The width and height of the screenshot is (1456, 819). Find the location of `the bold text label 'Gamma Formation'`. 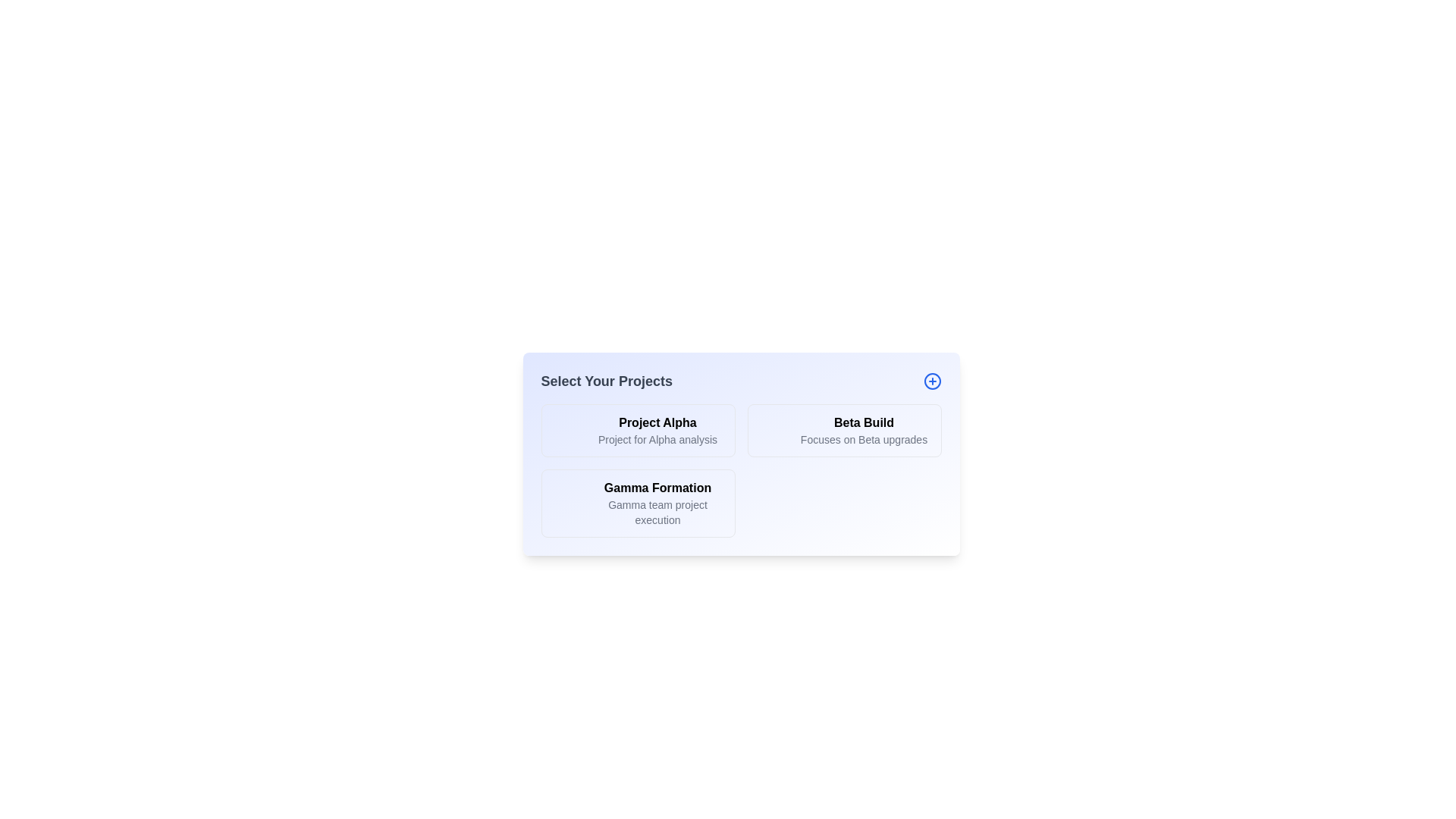

the bold text label 'Gamma Formation' is located at coordinates (657, 488).